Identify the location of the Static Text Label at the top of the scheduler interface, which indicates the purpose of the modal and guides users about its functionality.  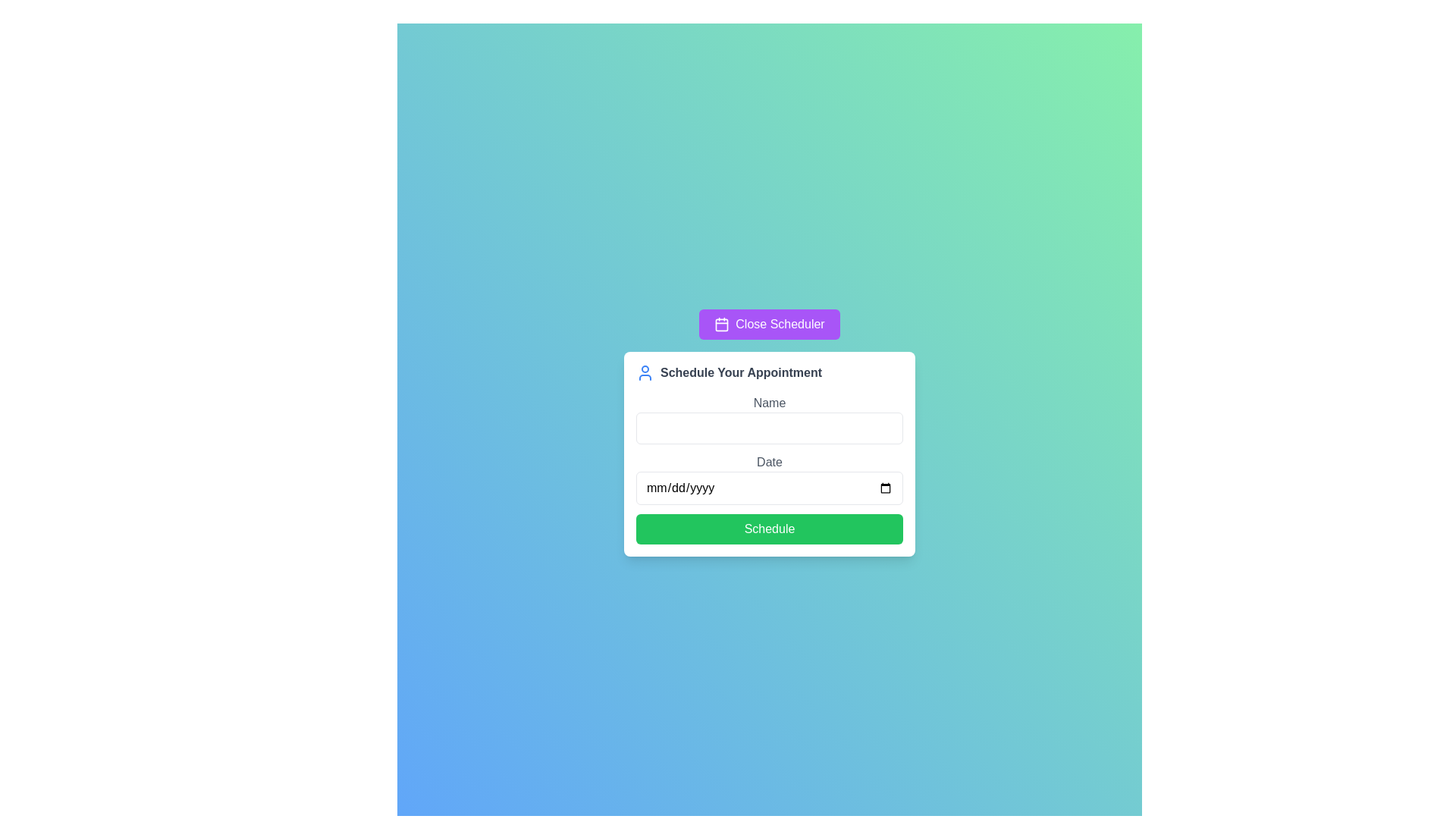
(741, 373).